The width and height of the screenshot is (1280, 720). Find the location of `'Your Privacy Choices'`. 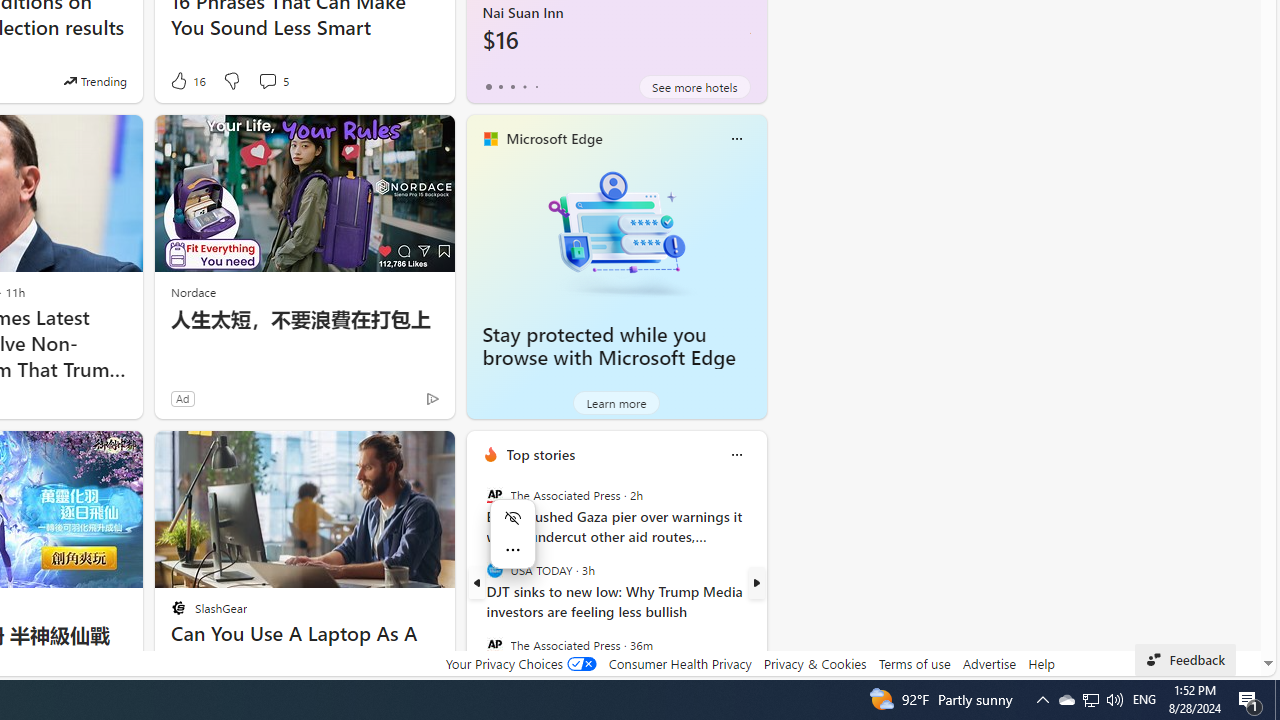

'Your Privacy Choices' is located at coordinates (520, 663).